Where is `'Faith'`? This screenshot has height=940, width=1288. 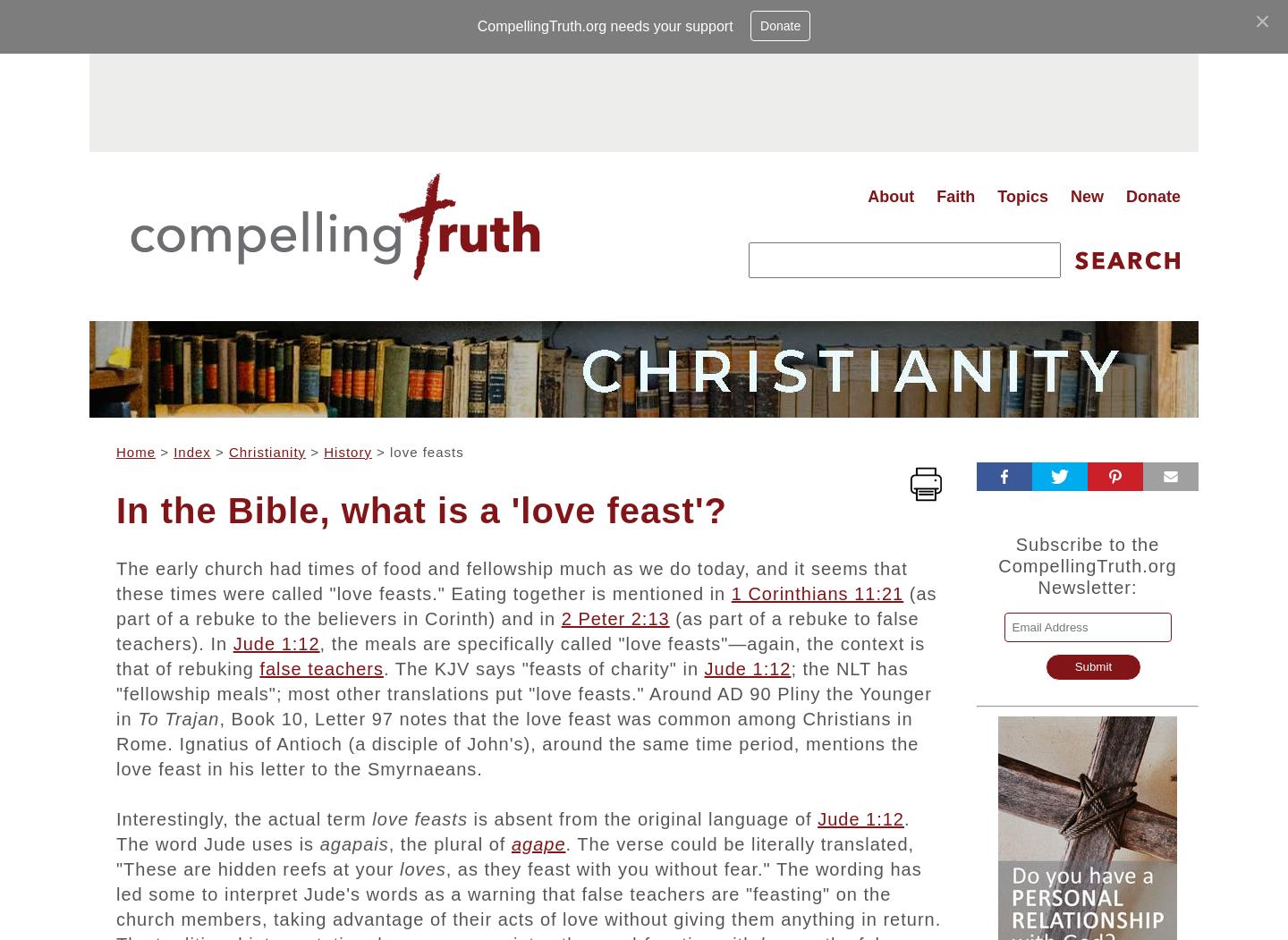 'Faith' is located at coordinates (955, 195).